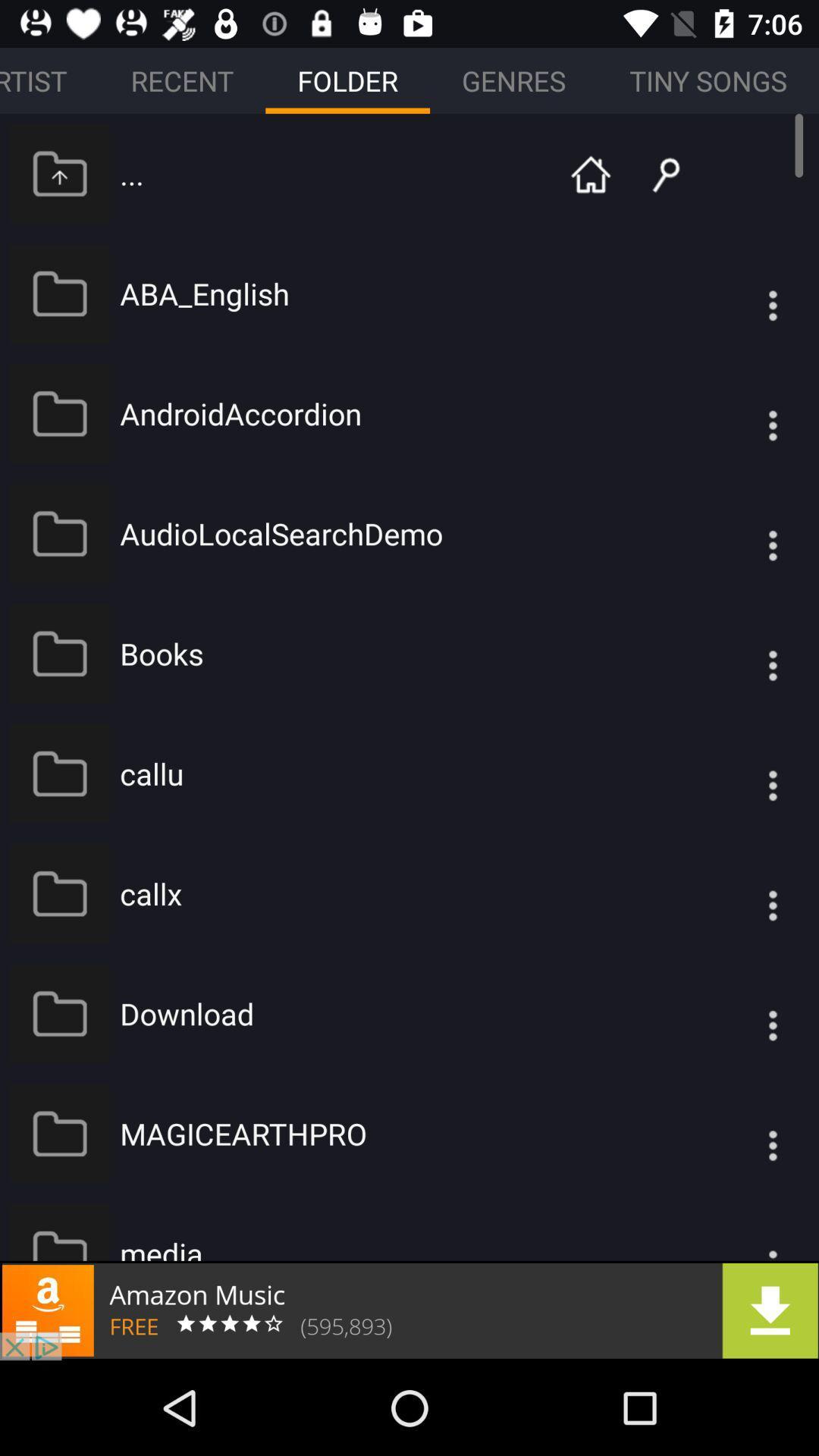 This screenshot has height=1456, width=819. Describe the element at coordinates (742, 533) in the screenshot. I see `further options menu` at that location.